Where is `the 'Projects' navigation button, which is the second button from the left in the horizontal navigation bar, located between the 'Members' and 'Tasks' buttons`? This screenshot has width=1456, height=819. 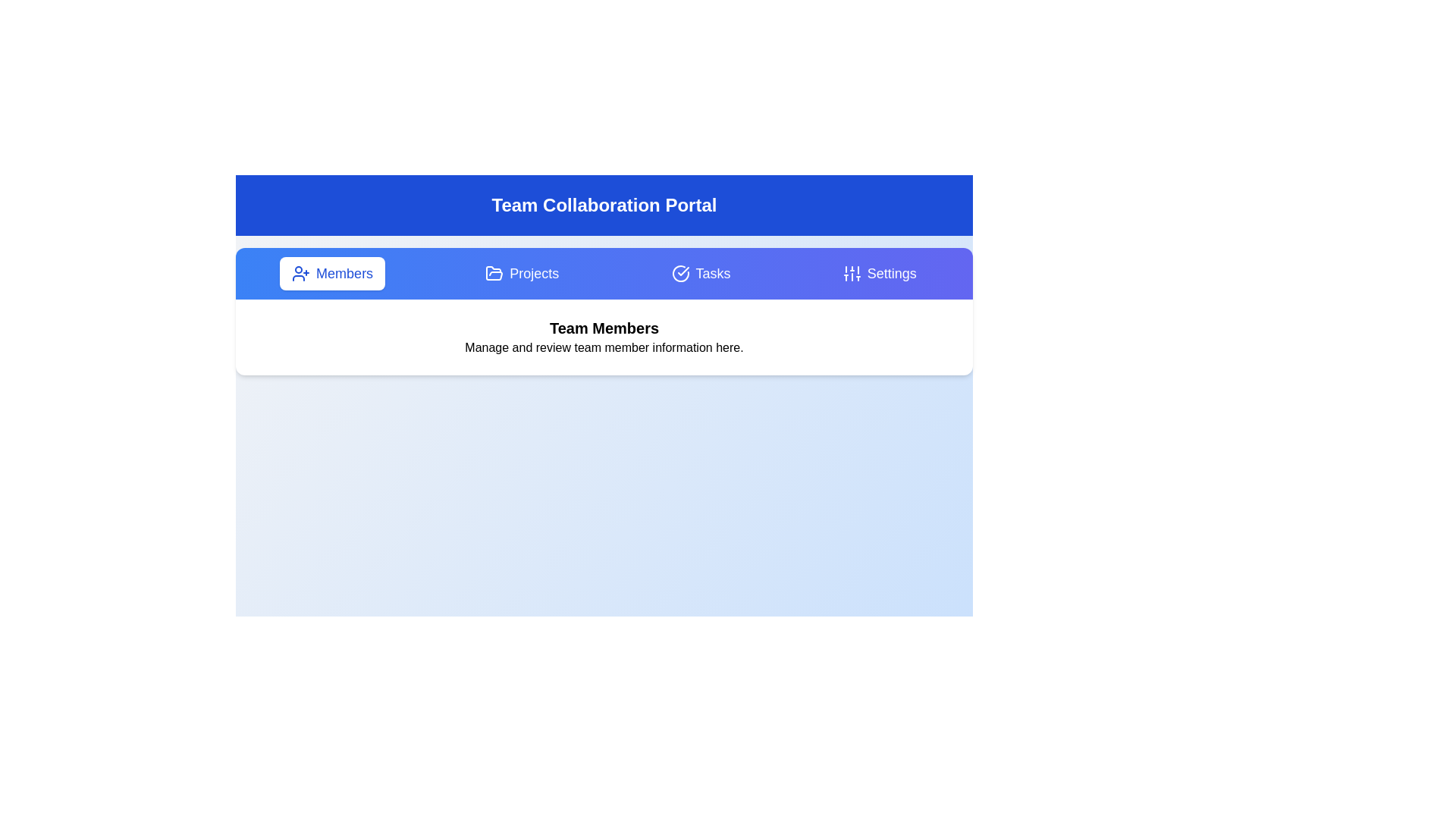 the 'Projects' navigation button, which is the second button from the left in the horizontal navigation bar, located between the 'Members' and 'Tasks' buttons is located at coordinates (522, 274).